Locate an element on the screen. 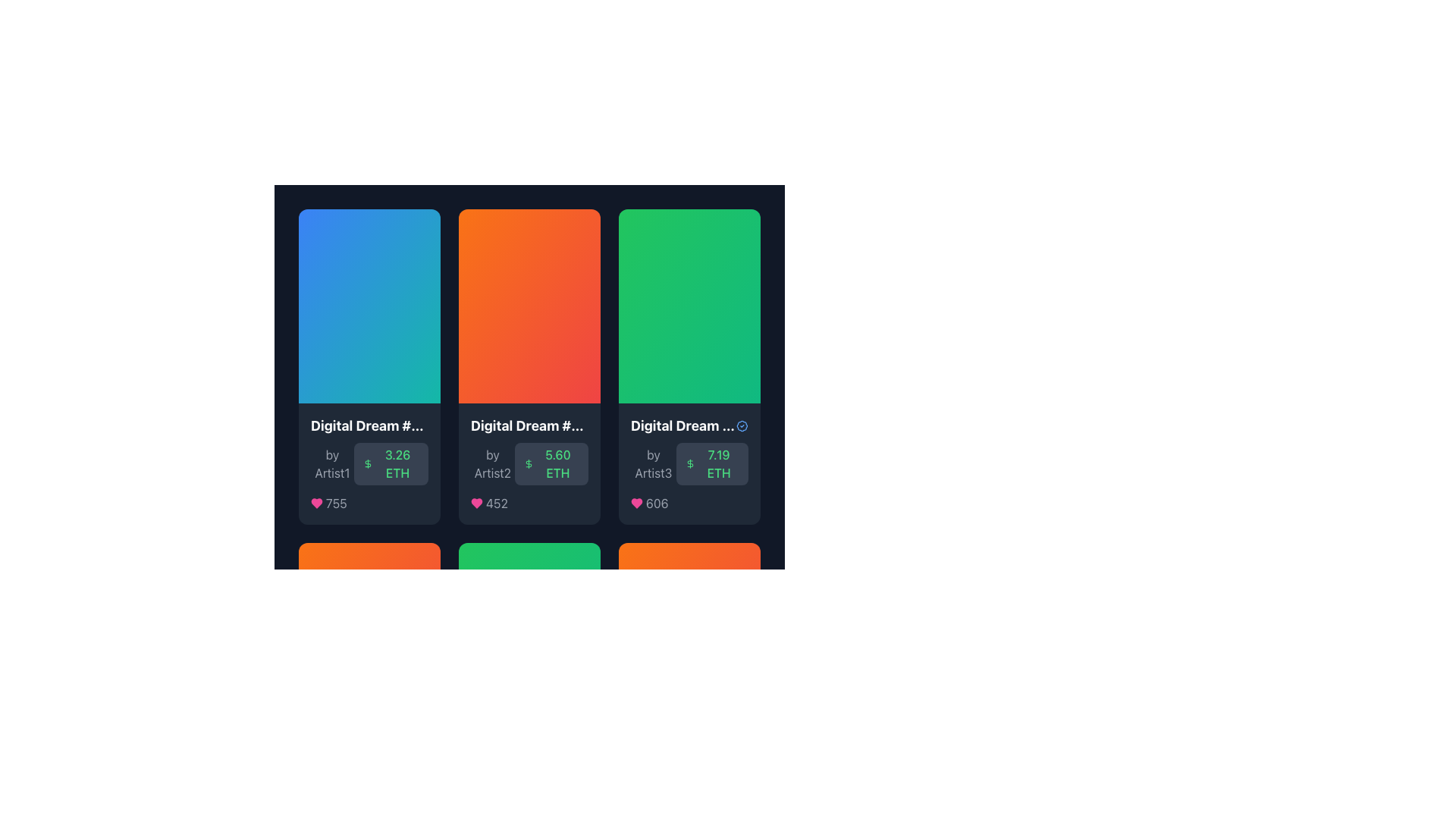  the second card in the top row of the grid layout is located at coordinates (529, 366).